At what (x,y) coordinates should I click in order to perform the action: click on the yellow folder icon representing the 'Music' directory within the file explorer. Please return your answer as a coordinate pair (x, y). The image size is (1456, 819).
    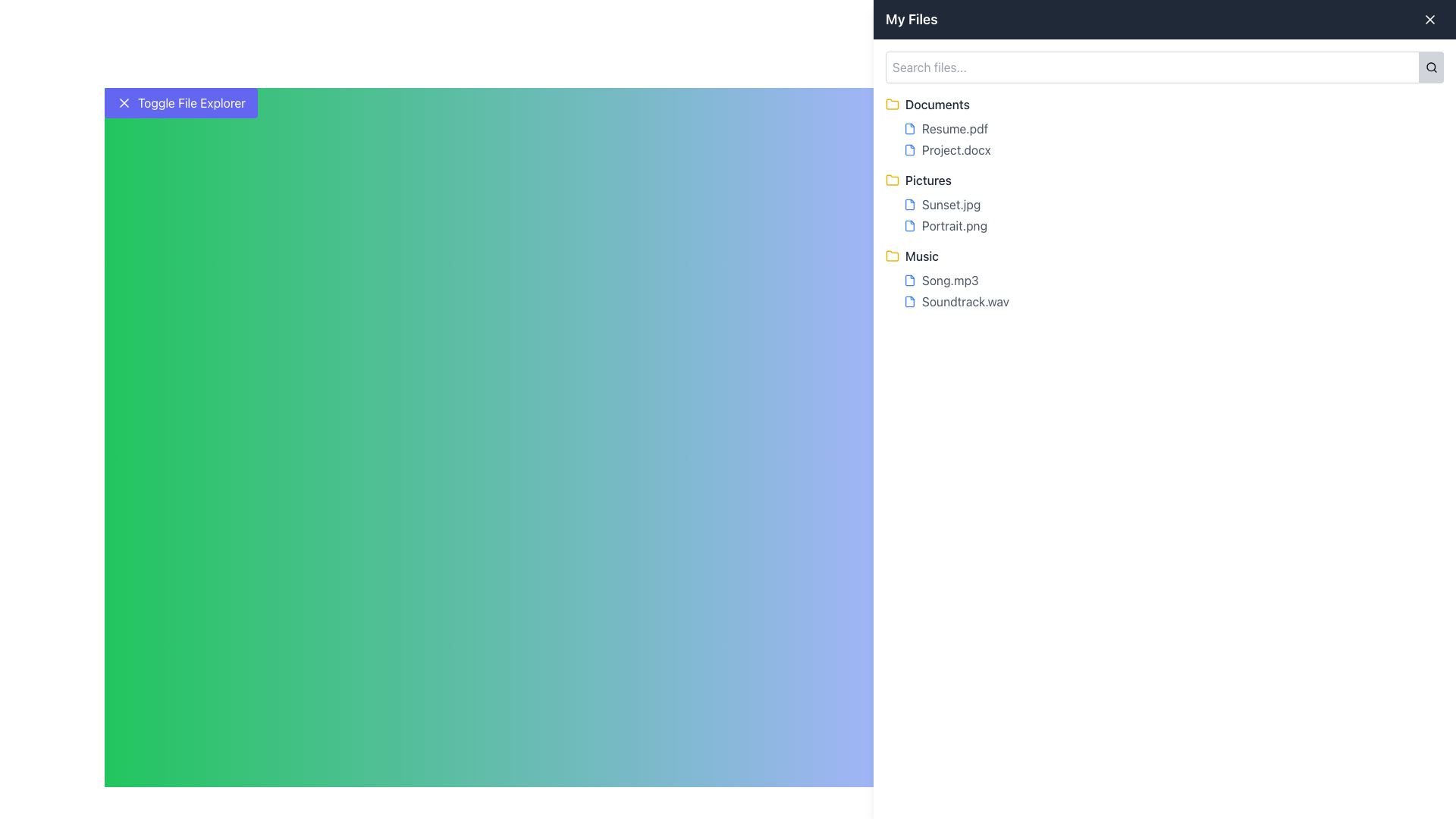
    Looking at the image, I should click on (892, 254).